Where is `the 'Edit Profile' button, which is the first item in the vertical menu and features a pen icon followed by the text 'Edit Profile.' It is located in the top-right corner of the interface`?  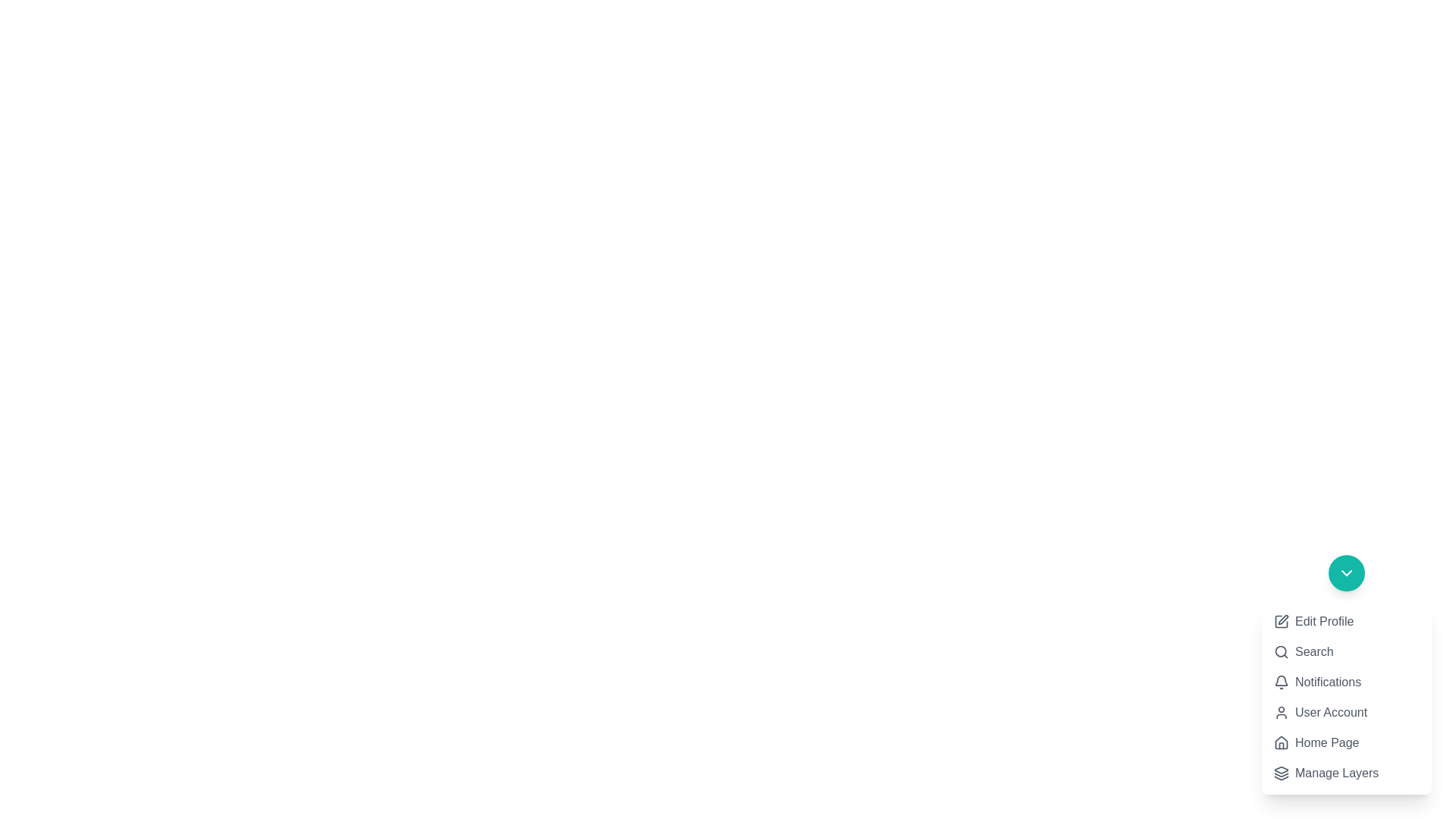 the 'Edit Profile' button, which is the first item in the vertical menu and features a pen icon followed by the text 'Edit Profile.' It is located in the top-right corner of the interface is located at coordinates (1313, 622).